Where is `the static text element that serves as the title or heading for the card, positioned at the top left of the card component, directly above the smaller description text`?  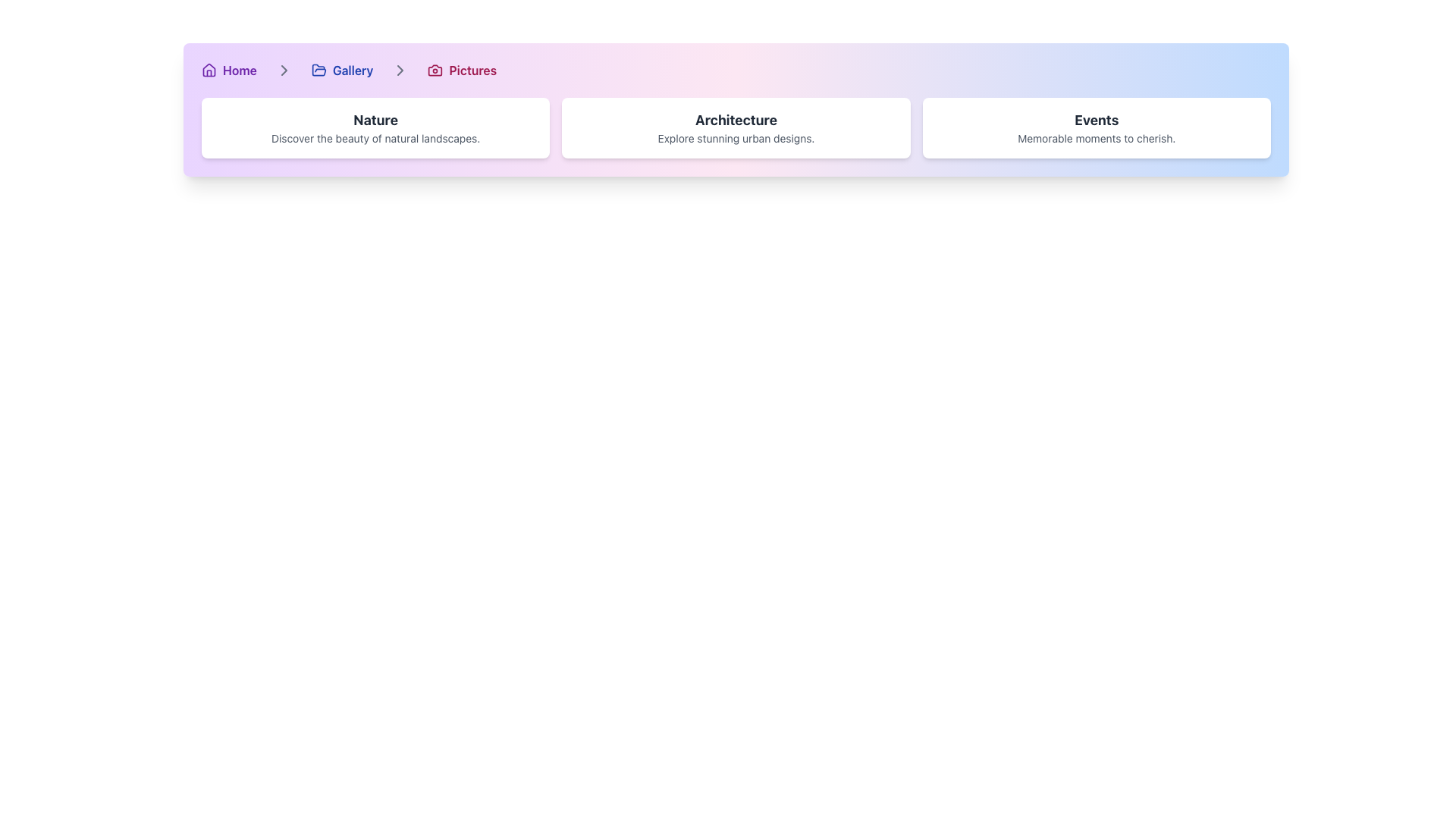 the static text element that serves as the title or heading for the card, positioned at the top left of the card component, directly above the smaller description text is located at coordinates (375, 119).